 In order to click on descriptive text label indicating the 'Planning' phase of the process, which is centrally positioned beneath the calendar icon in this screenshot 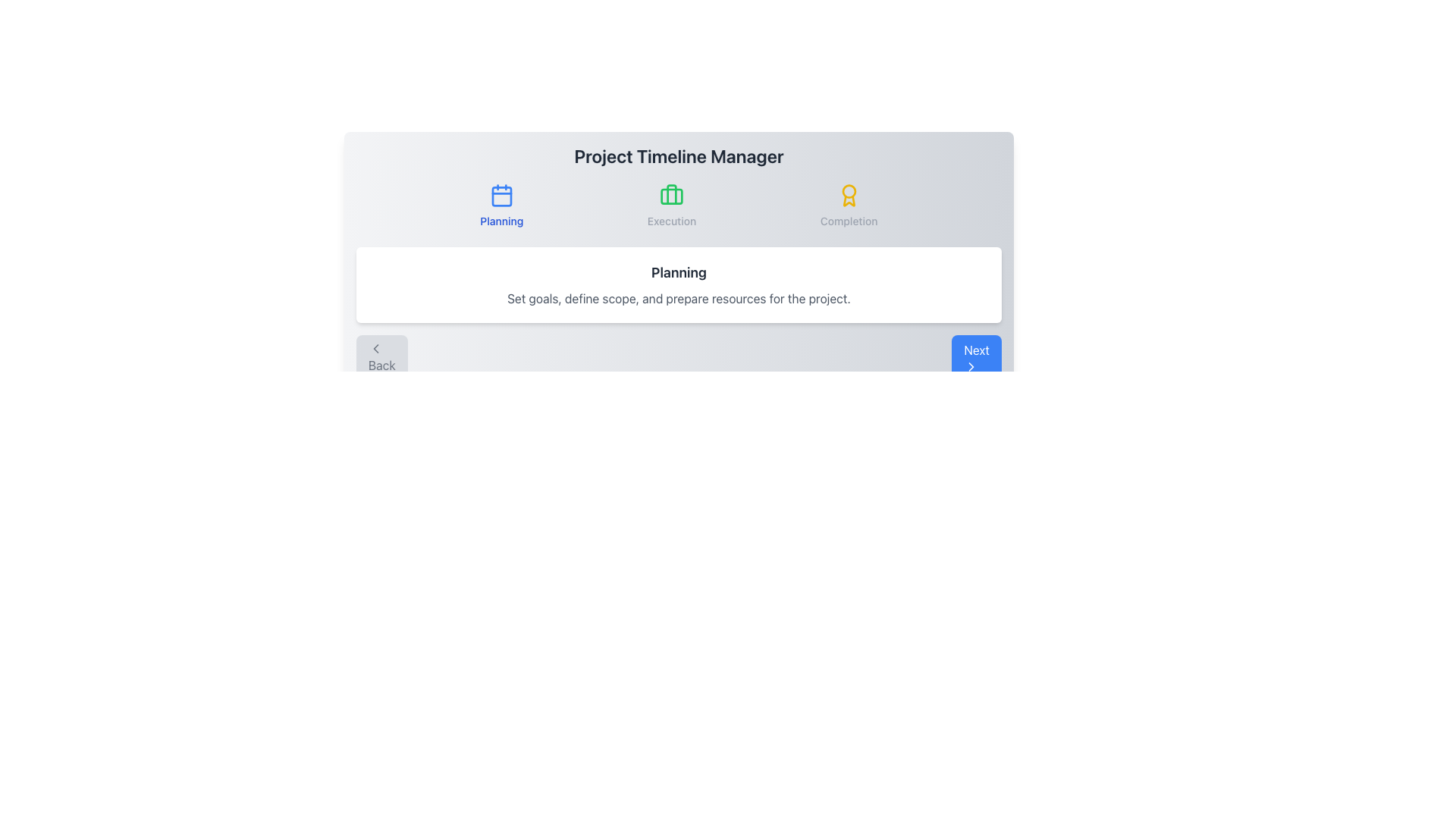, I will do `click(501, 221)`.